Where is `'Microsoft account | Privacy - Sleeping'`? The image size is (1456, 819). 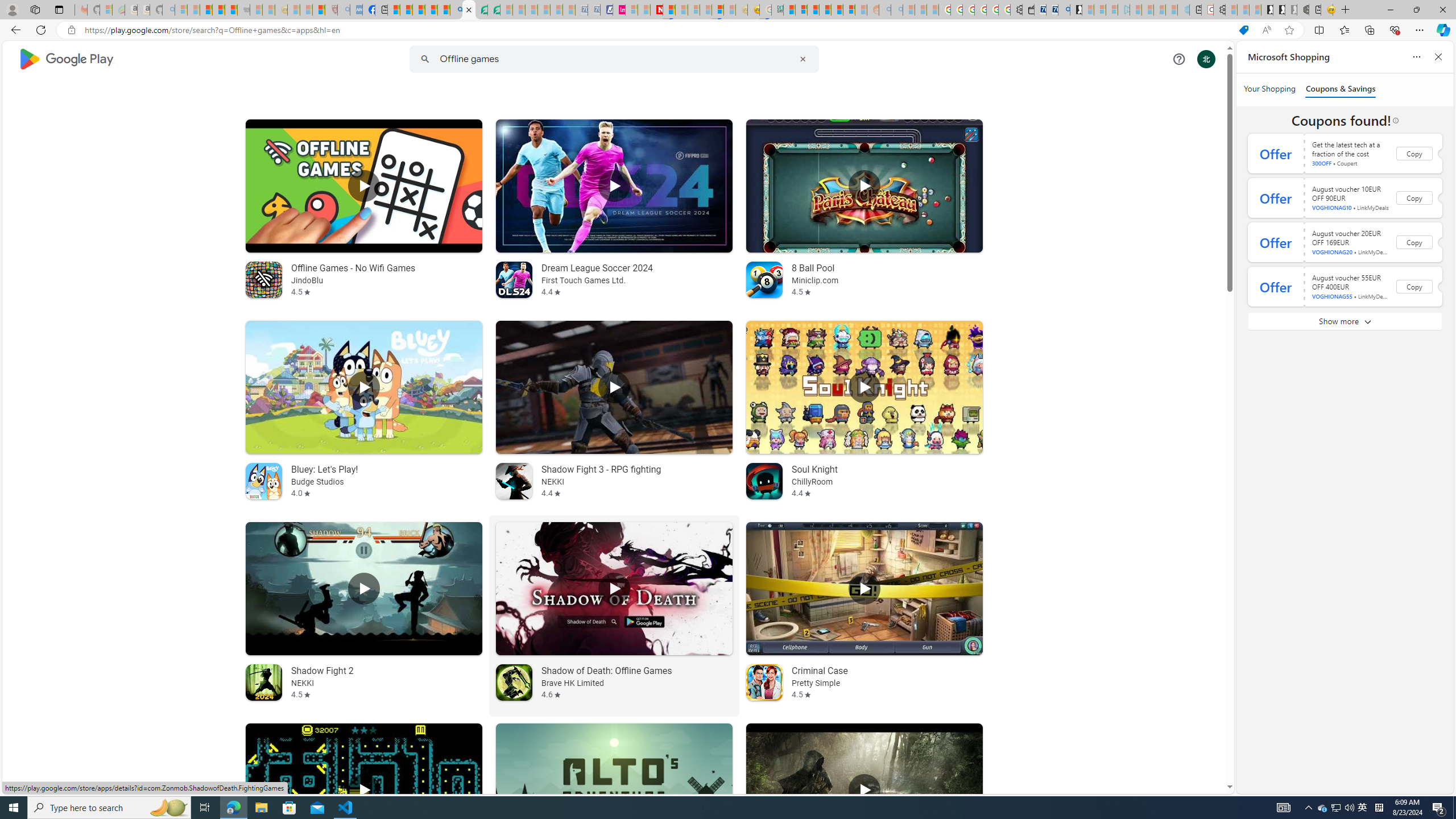
'Microsoft account | Privacy - Sleeping' is located at coordinates (1111, 9).